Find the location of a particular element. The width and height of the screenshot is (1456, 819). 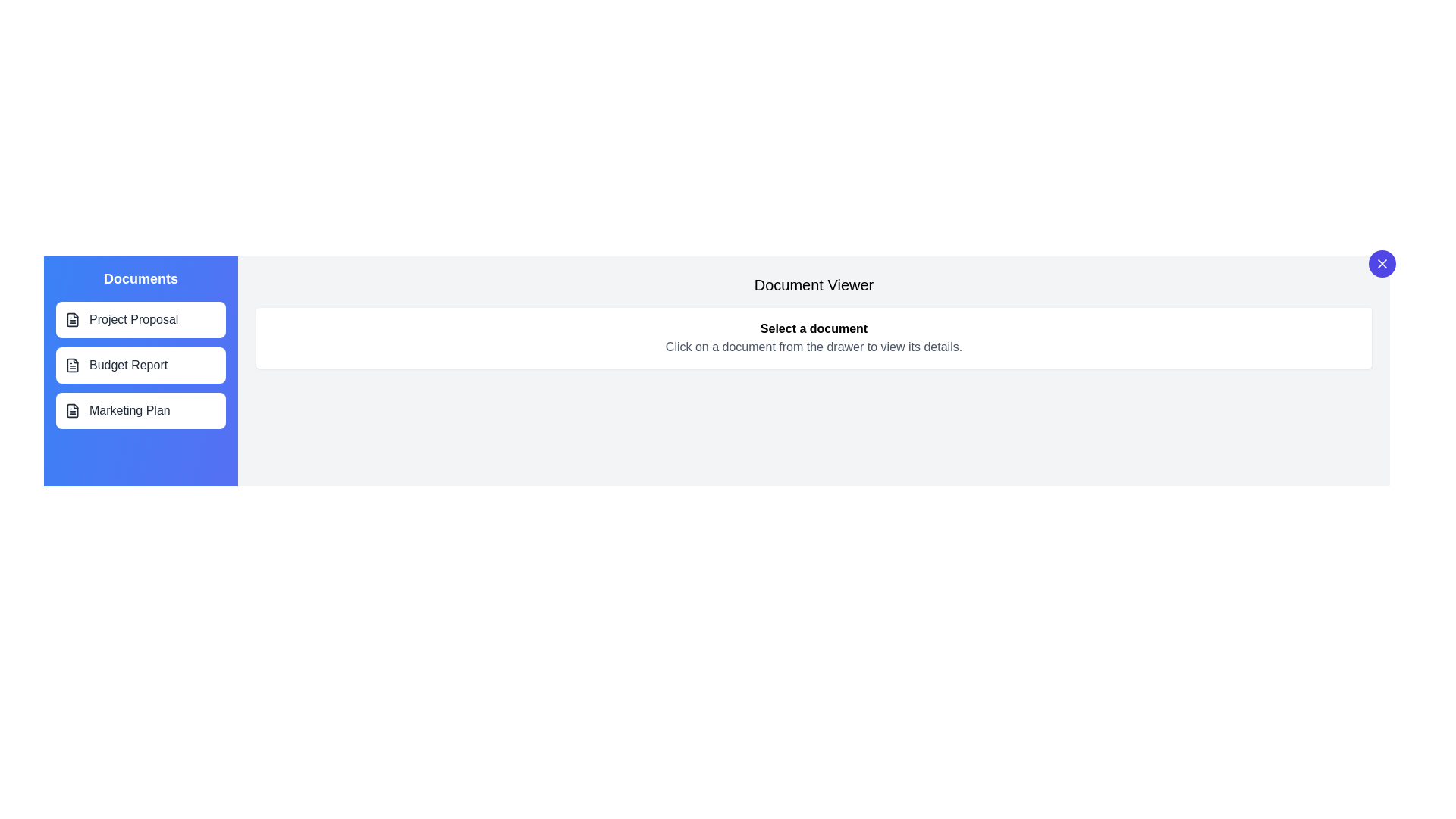

the document titled Marketing Plan in the drawer is located at coordinates (141, 411).